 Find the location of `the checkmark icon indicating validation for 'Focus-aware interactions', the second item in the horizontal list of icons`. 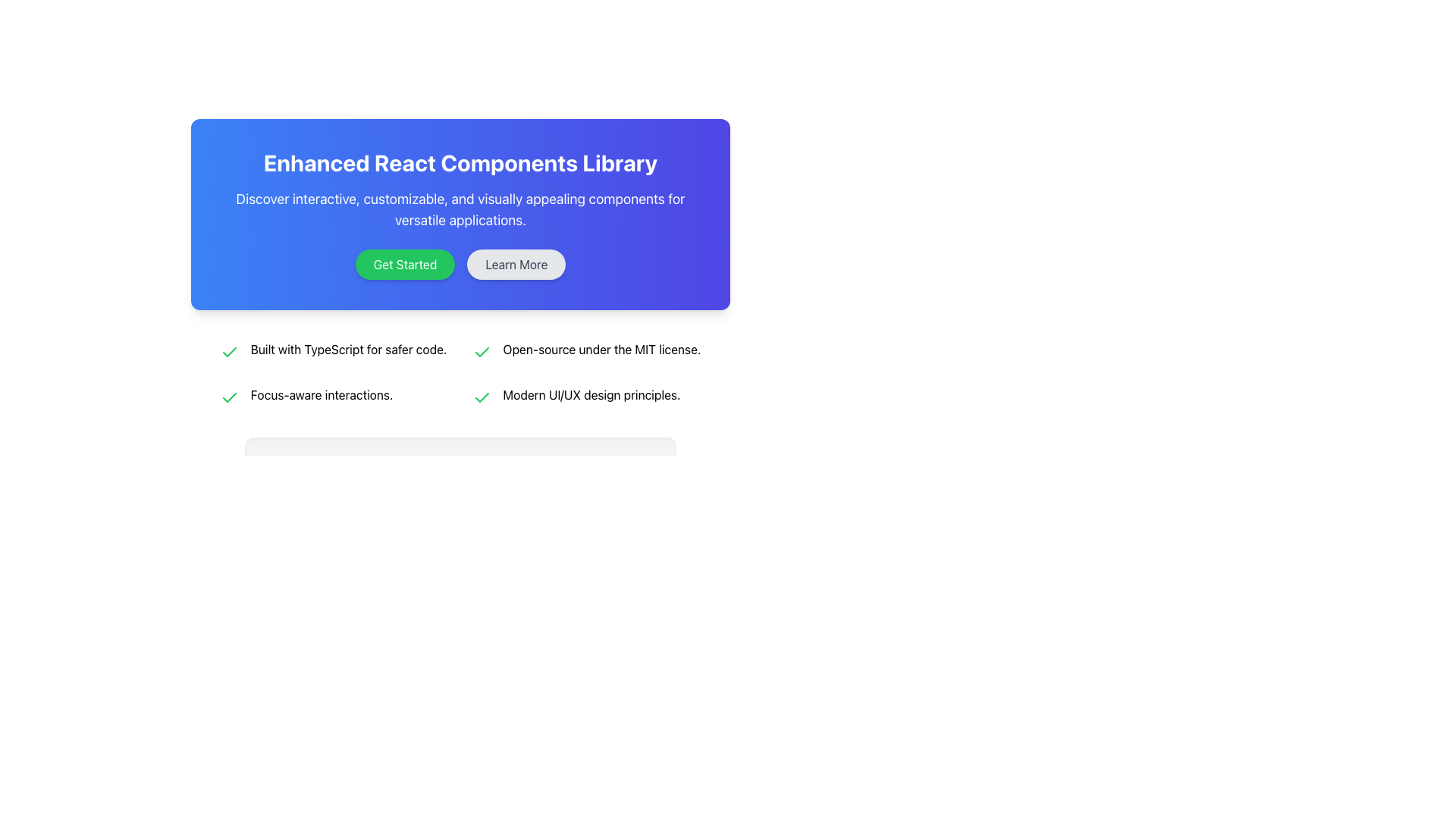

the checkmark icon indicating validation for 'Focus-aware interactions', the second item in the horizontal list of icons is located at coordinates (228, 397).